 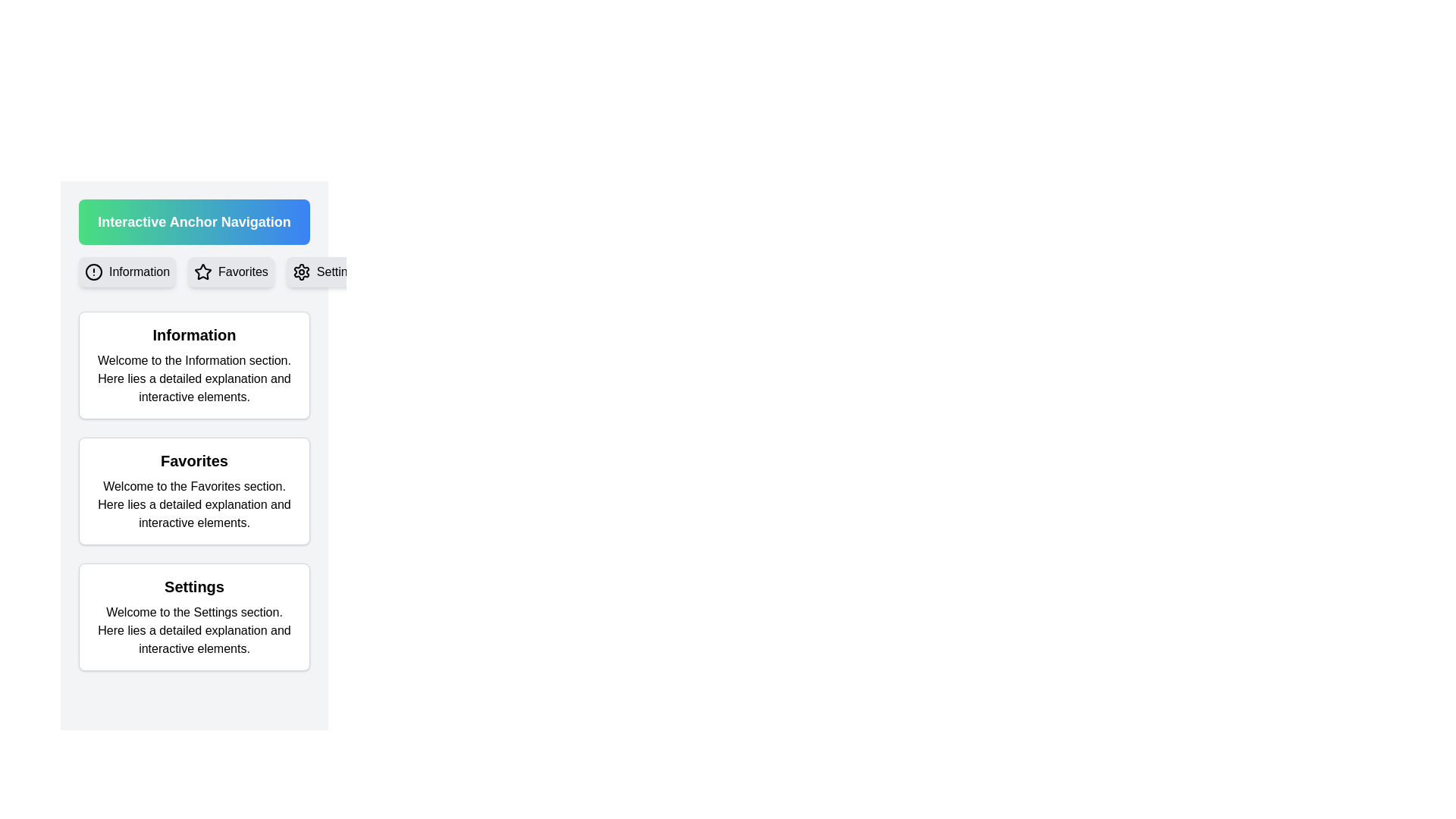 I want to click on text block that says 'Welcome to the Settings section. Here lies a detailed explanation and interactive elements.' which is centered below the 'Settings' header, so click(x=193, y=631).